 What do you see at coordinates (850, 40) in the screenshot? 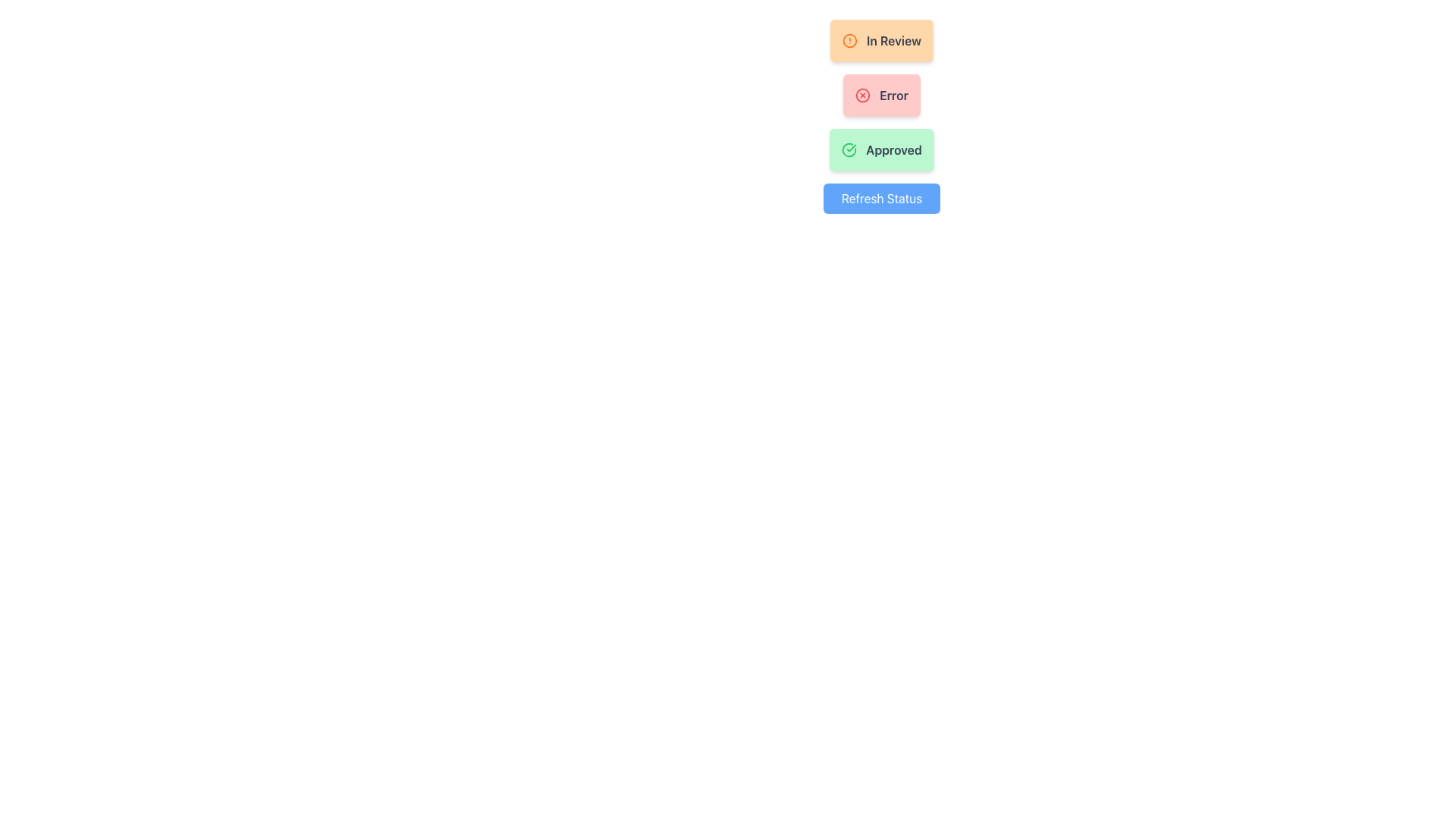
I see `the Icon component (Circle) with an orange border and white interior, located within the warning symbol button labeled 'In Review'` at bounding box center [850, 40].